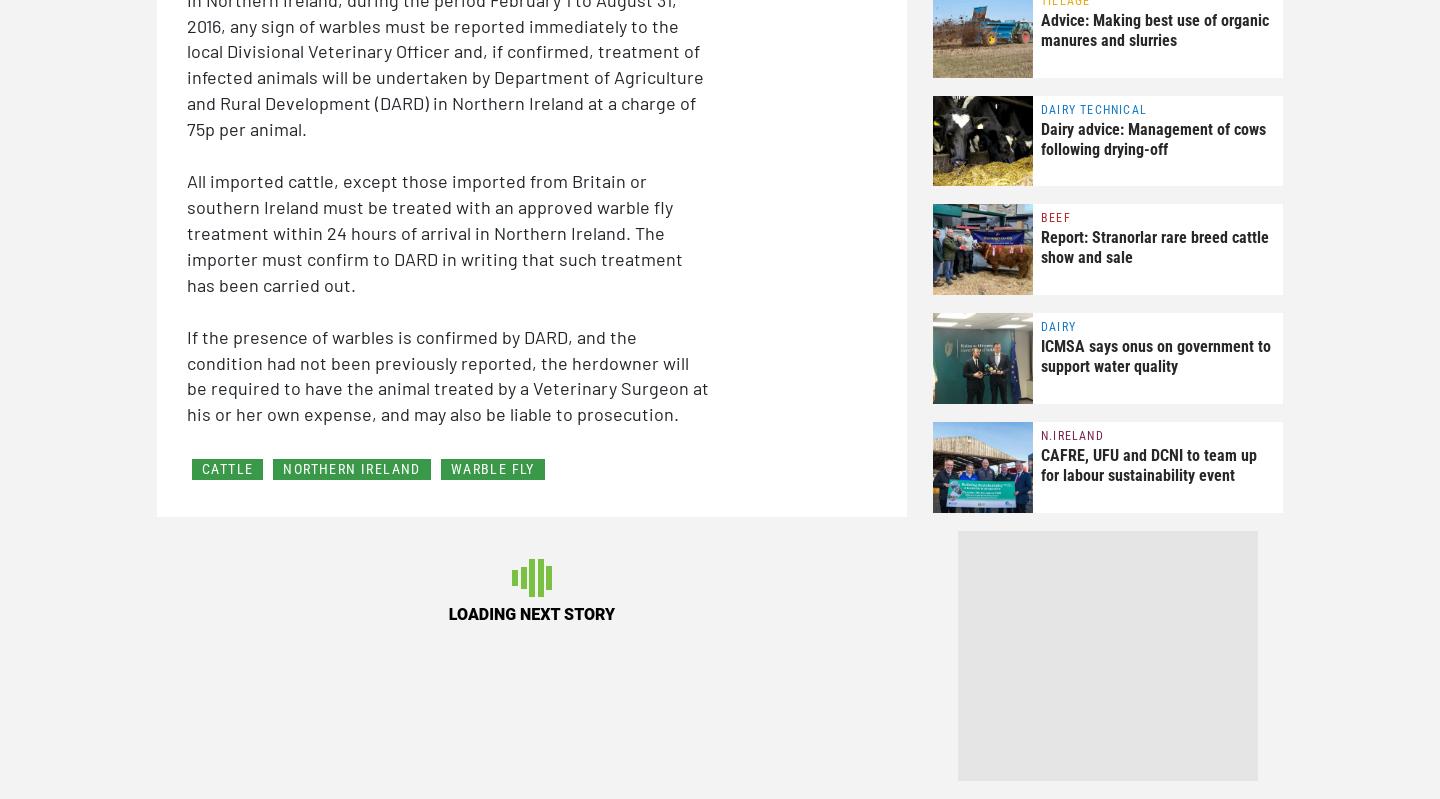 This screenshot has width=1440, height=799. I want to click on 'NORTHERN IRELAND', so click(281, 468).